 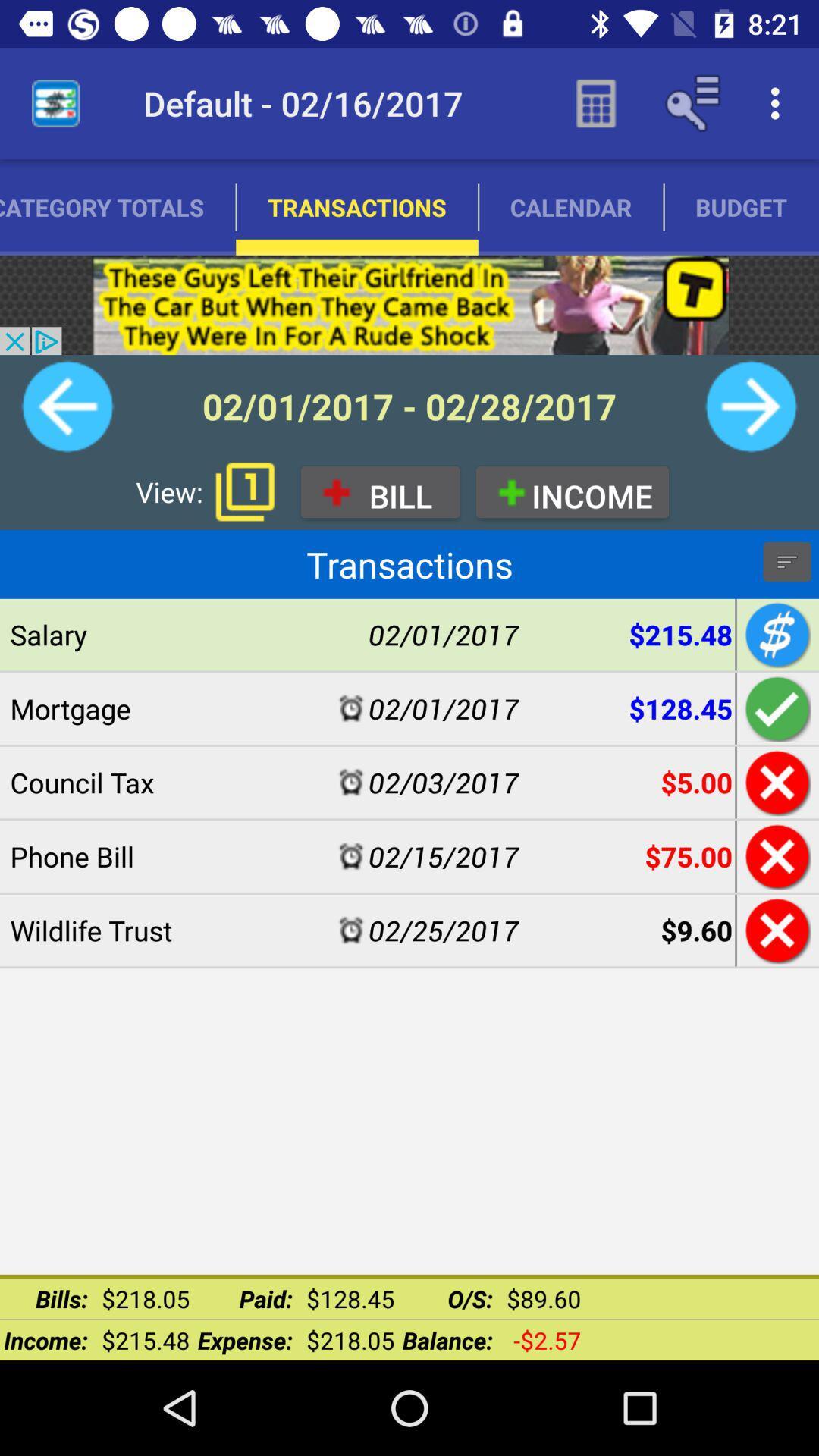 I want to click on see the money, so click(x=775, y=634).